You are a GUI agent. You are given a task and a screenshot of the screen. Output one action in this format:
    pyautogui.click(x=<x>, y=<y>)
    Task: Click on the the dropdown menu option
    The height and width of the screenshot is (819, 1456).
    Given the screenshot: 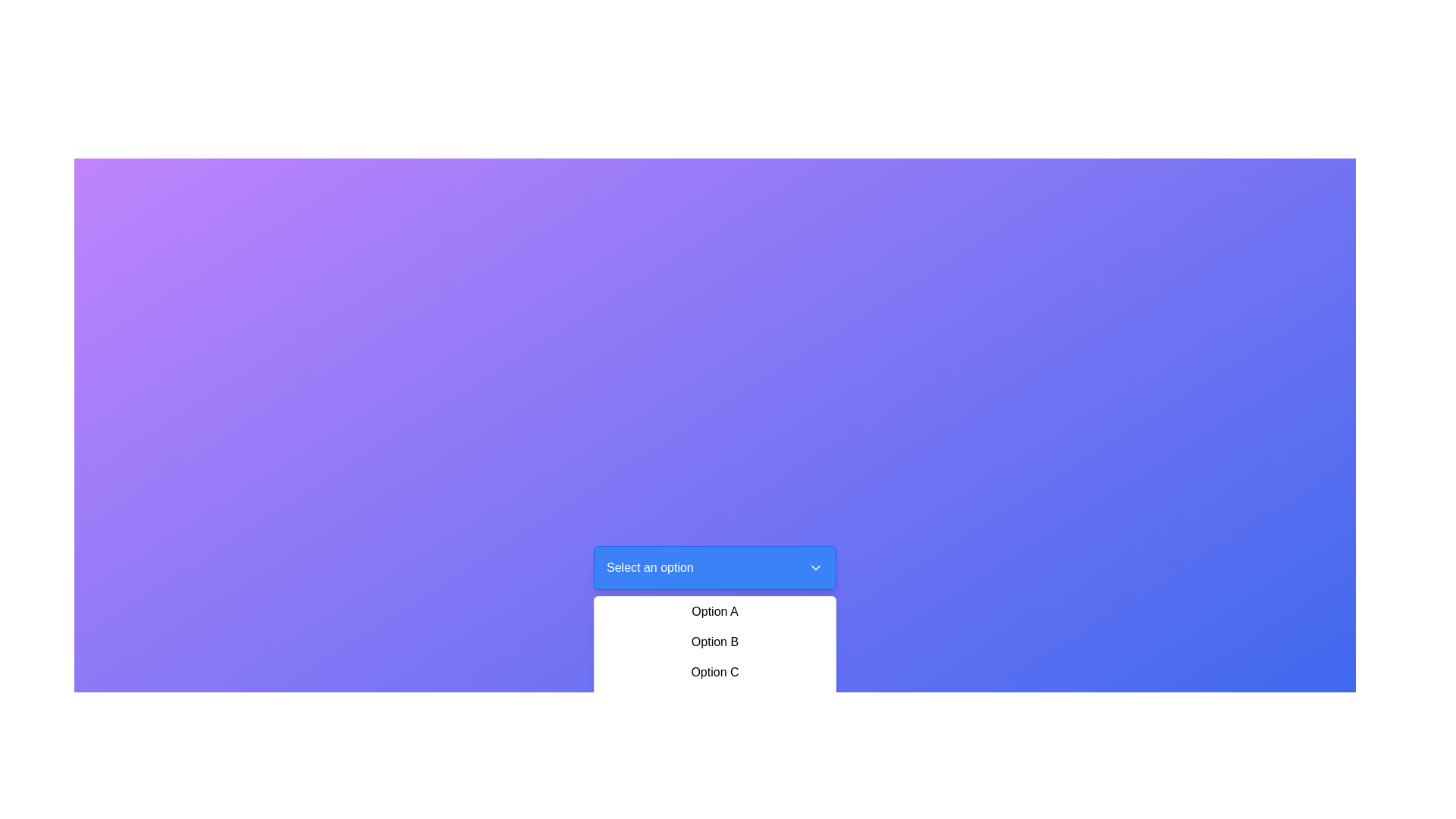 What is the action you would take?
    pyautogui.click(x=714, y=657)
    